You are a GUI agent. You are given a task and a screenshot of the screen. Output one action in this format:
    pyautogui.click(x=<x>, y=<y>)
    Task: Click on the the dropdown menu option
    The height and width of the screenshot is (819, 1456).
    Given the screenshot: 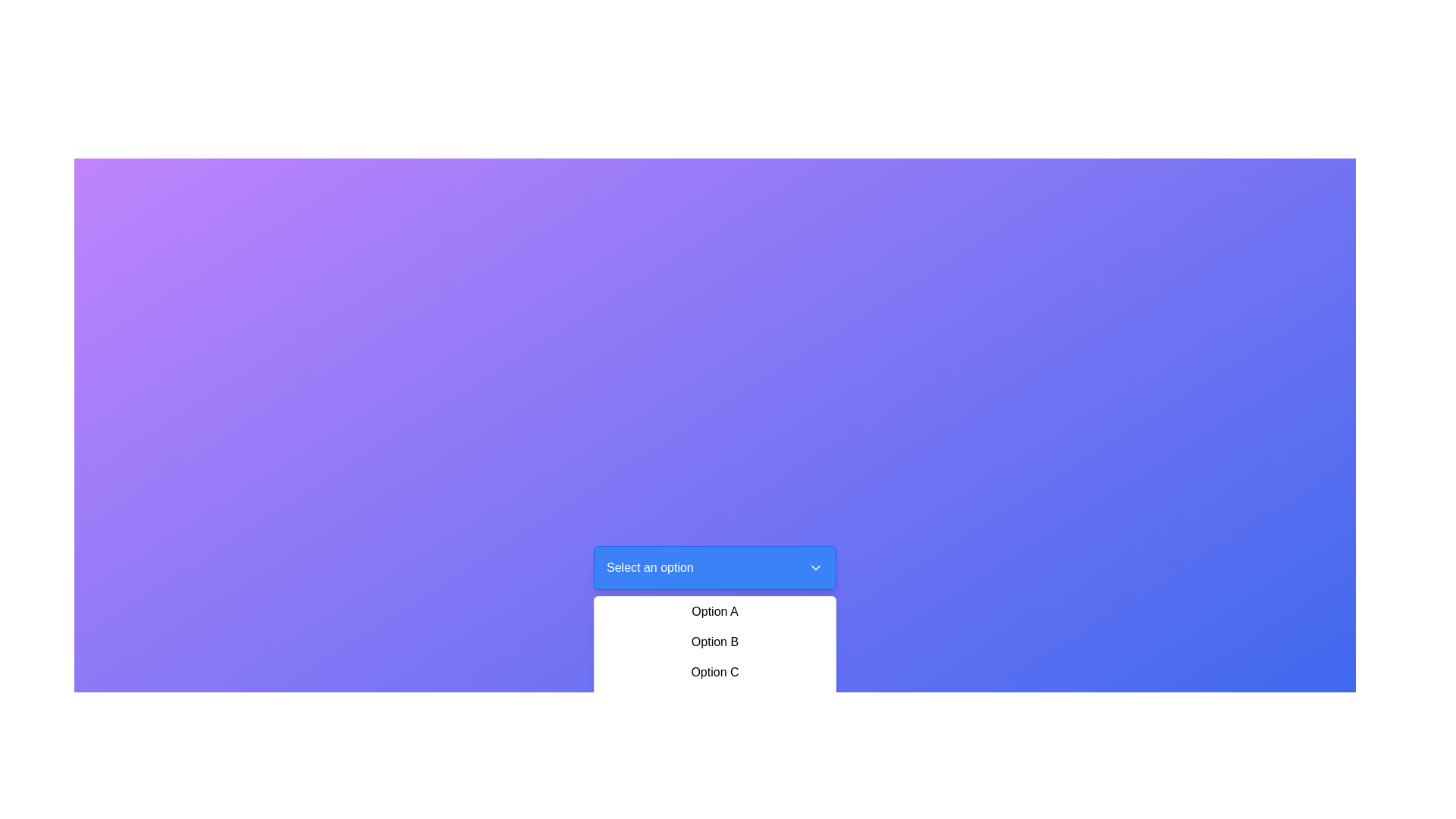 What is the action you would take?
    pyautogui.click(x=714, y=657)
    